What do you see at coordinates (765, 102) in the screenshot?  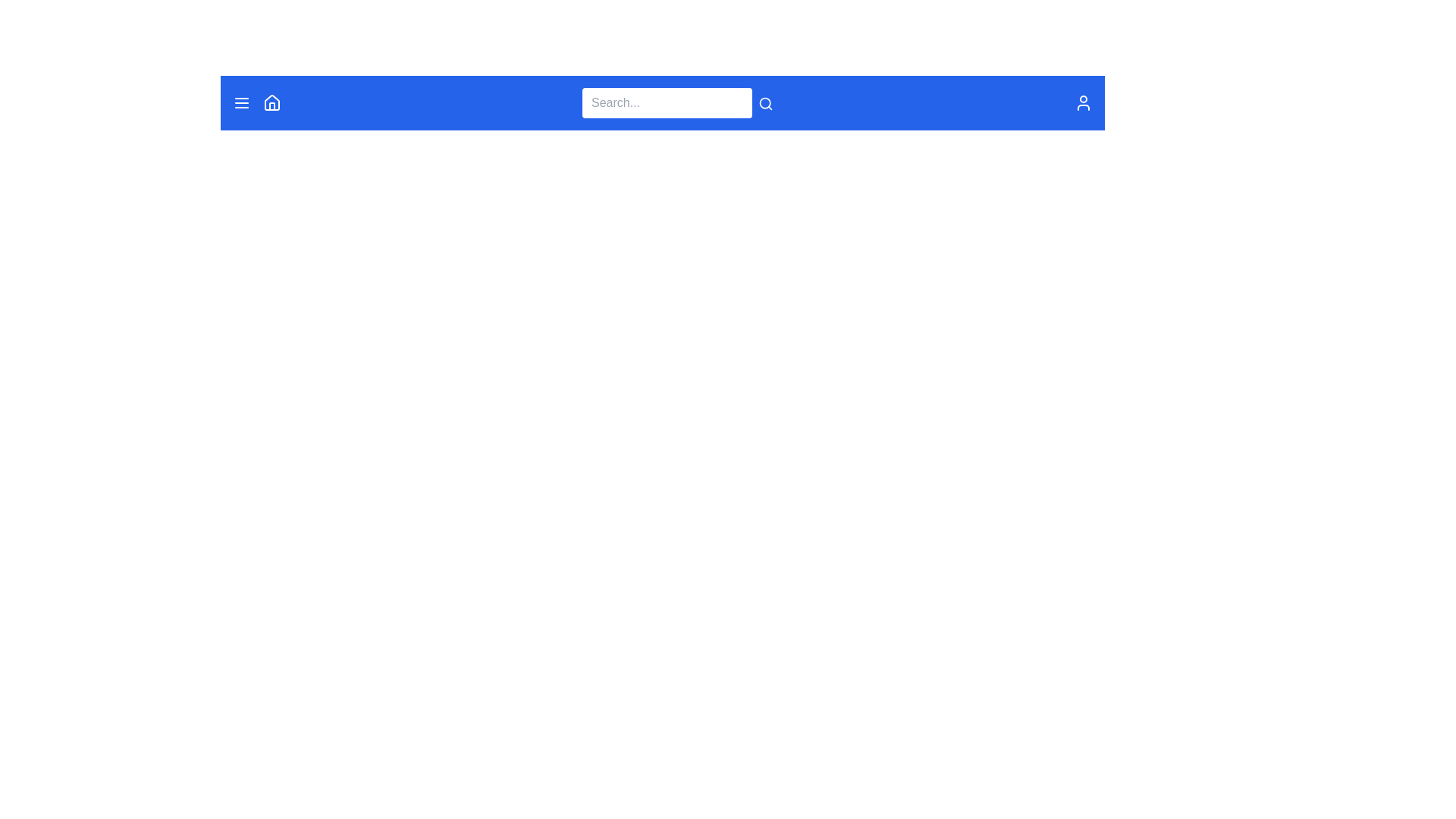 I see `the SVG circle element representing the magnifying glass icon located in the blue navigation bar next to the search bar` at bounding box center [765, 102].